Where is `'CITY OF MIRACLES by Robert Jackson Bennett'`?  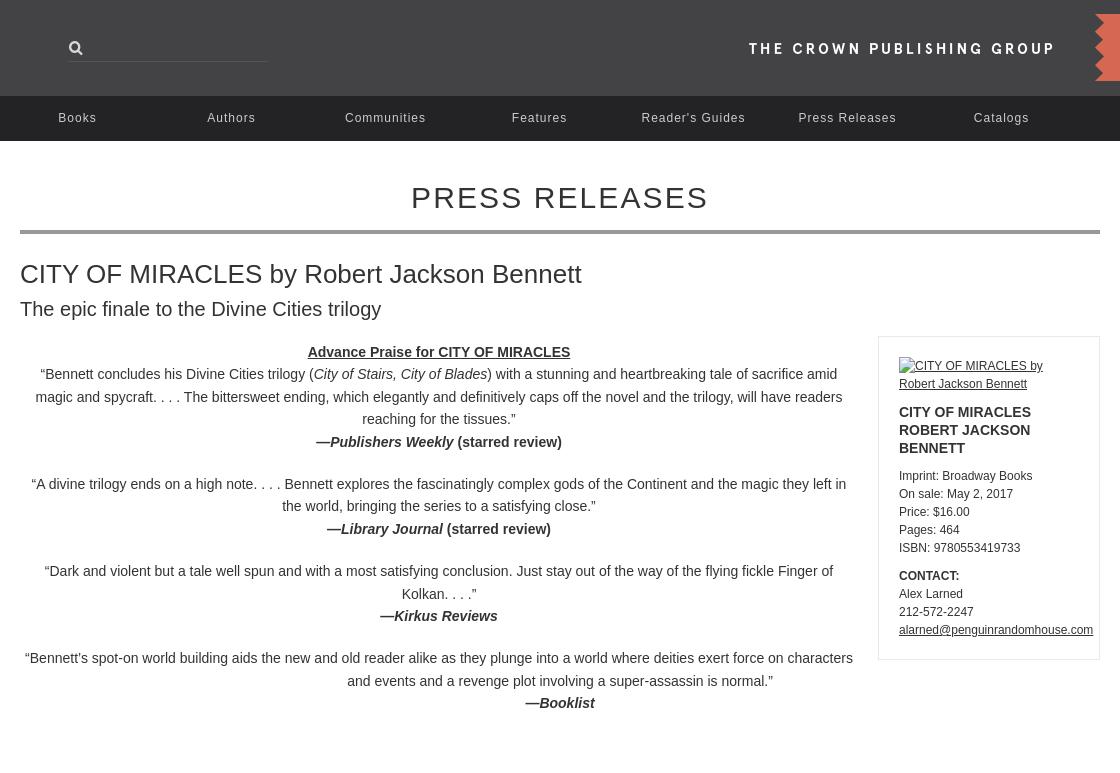
'CITY OF MIRACLES by Robert Jackson Bennett' is located at coordinates (300, 273).